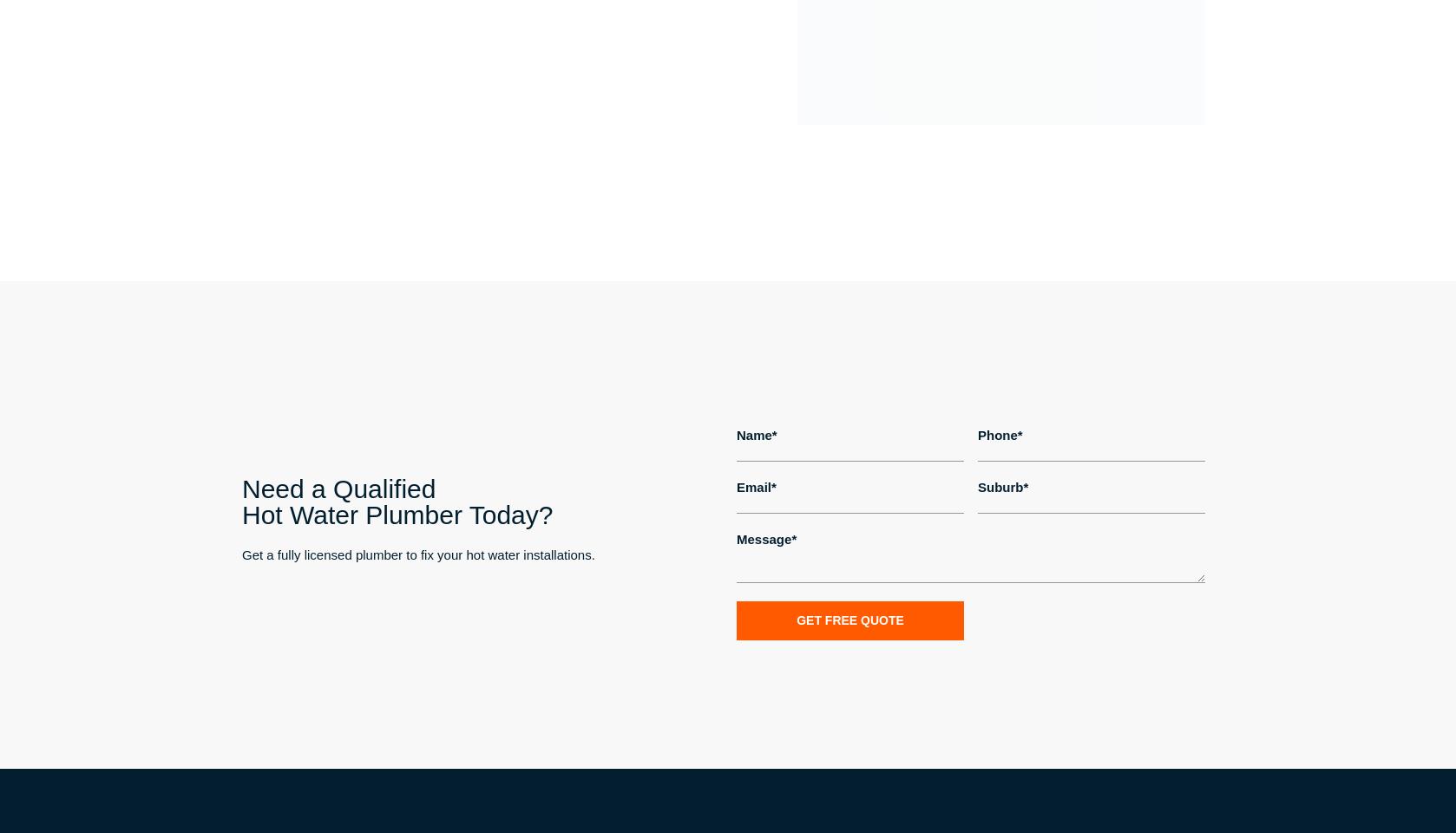 The image size is (1456, 833). I want to click on 'Get a fully licensed plumber to fix your hot water installations.', so click(416, 554).